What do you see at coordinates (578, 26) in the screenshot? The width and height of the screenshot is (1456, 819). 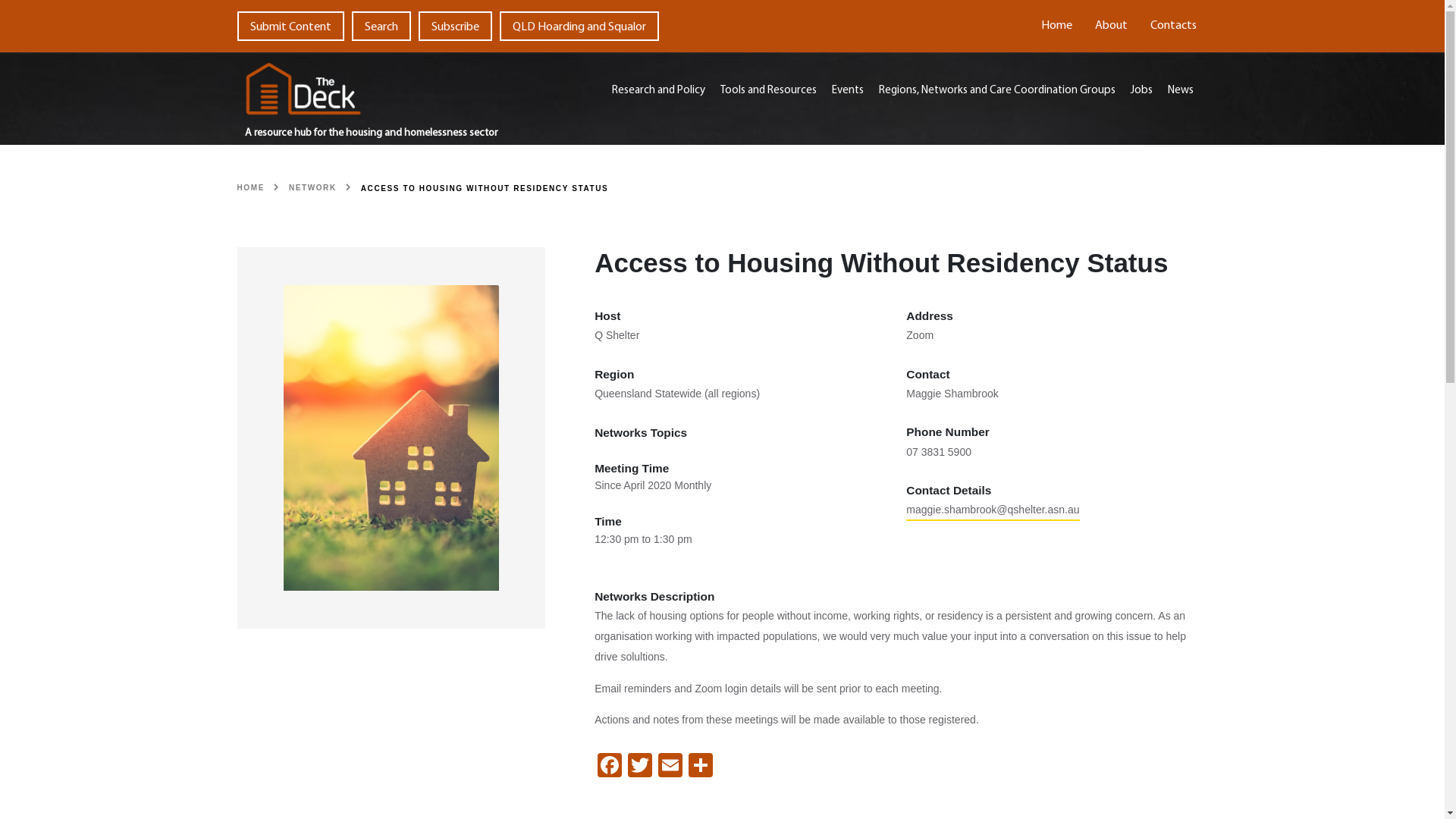 I see `'QLD Hoarding and Squalor'` at bounding box center [578, 26].